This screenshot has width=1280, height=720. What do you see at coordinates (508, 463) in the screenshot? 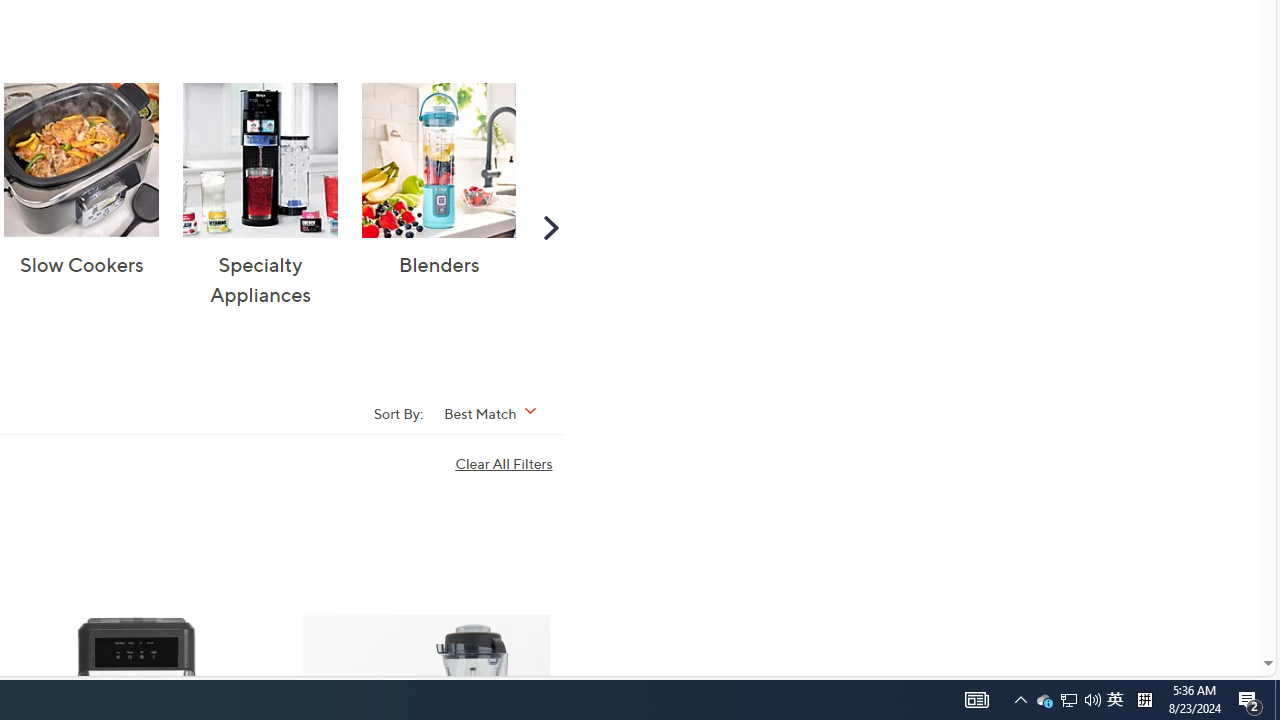
I see `'Clear All Filters'` at bounding box center [508, 463].